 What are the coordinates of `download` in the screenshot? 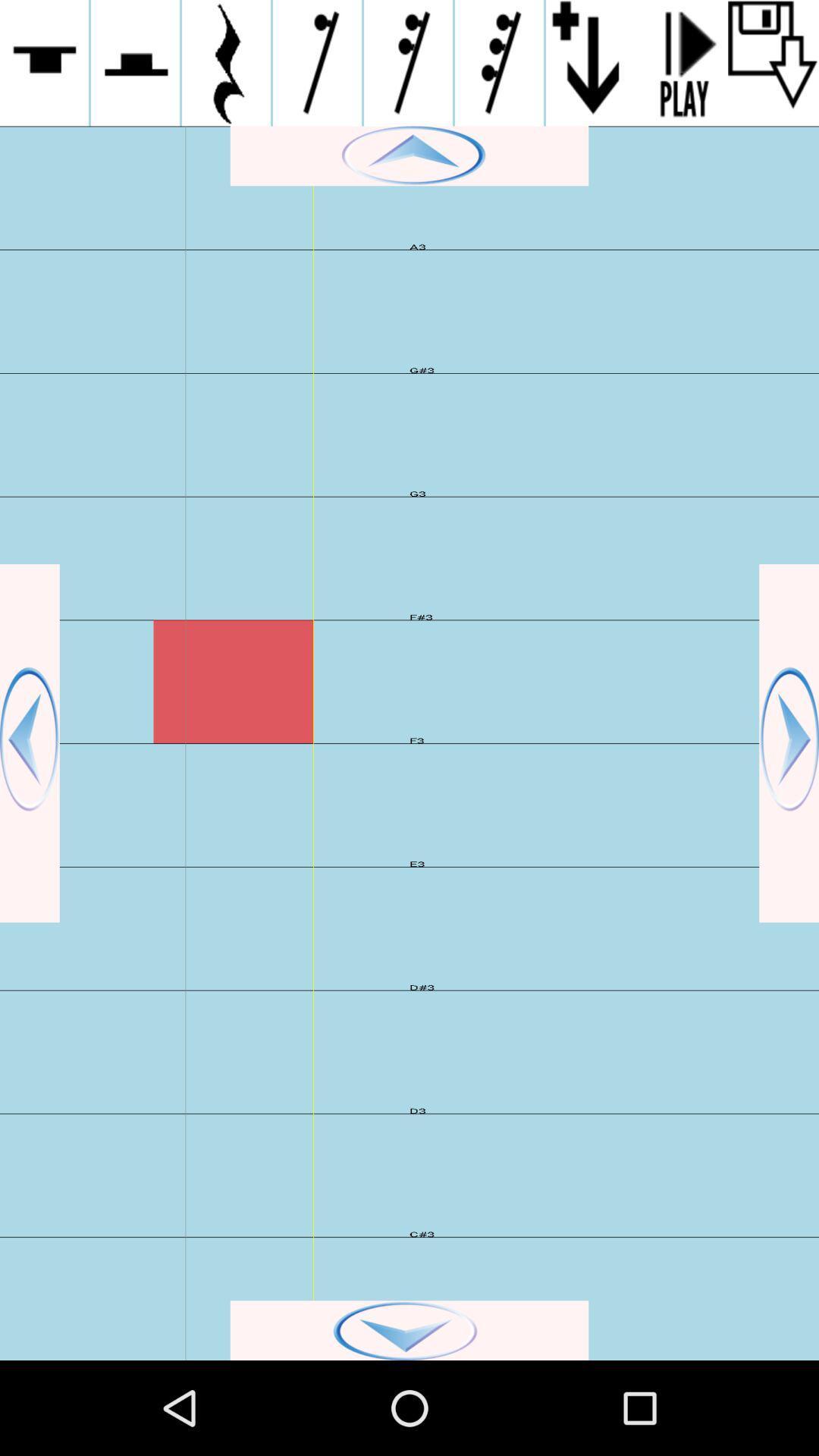 It's located at (773, 62).